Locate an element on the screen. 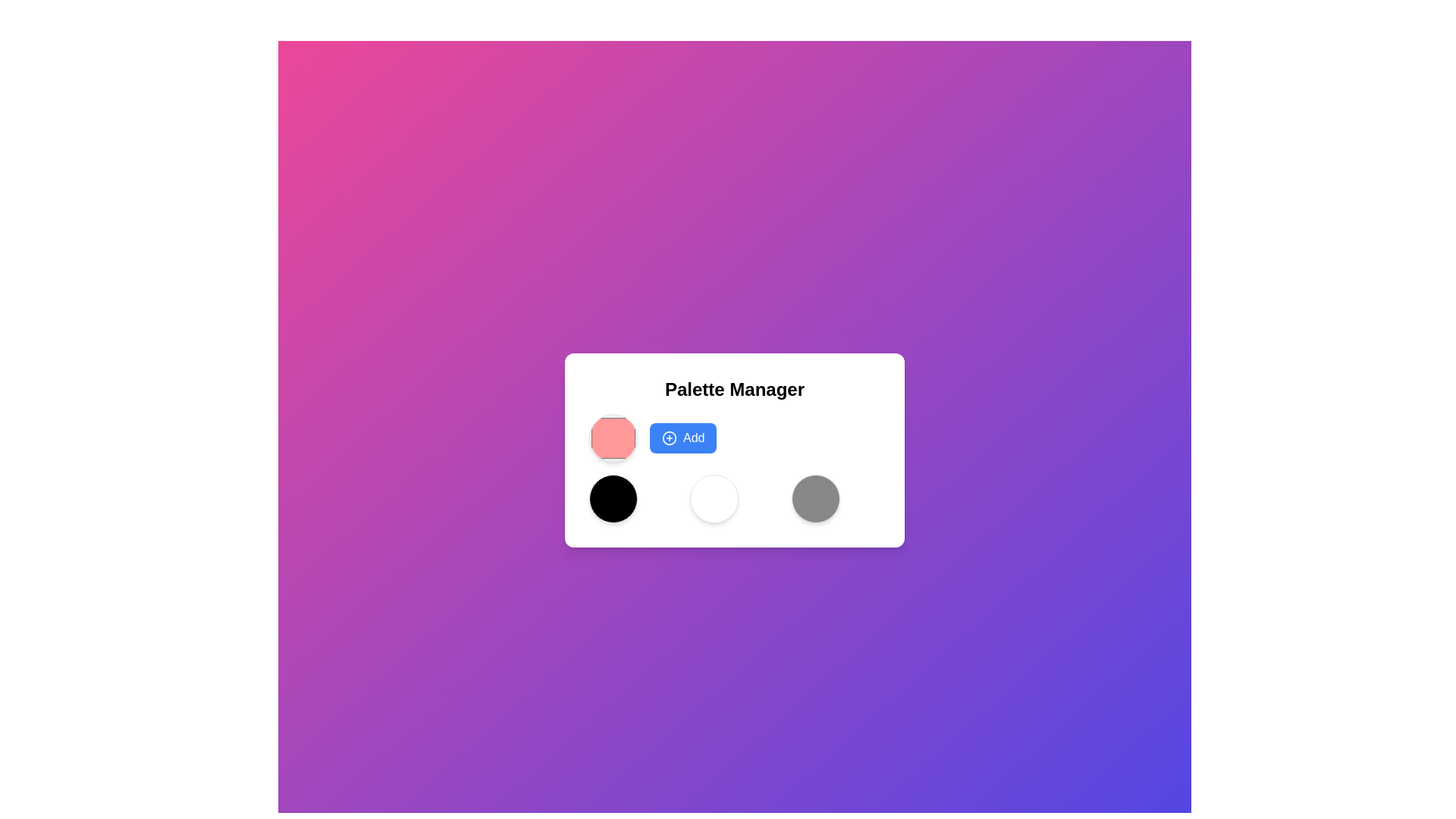 The width and height of the screenshot is (1456, 819). the third circular visual element in the Palette Manager section is located at coordinates (814, 499).